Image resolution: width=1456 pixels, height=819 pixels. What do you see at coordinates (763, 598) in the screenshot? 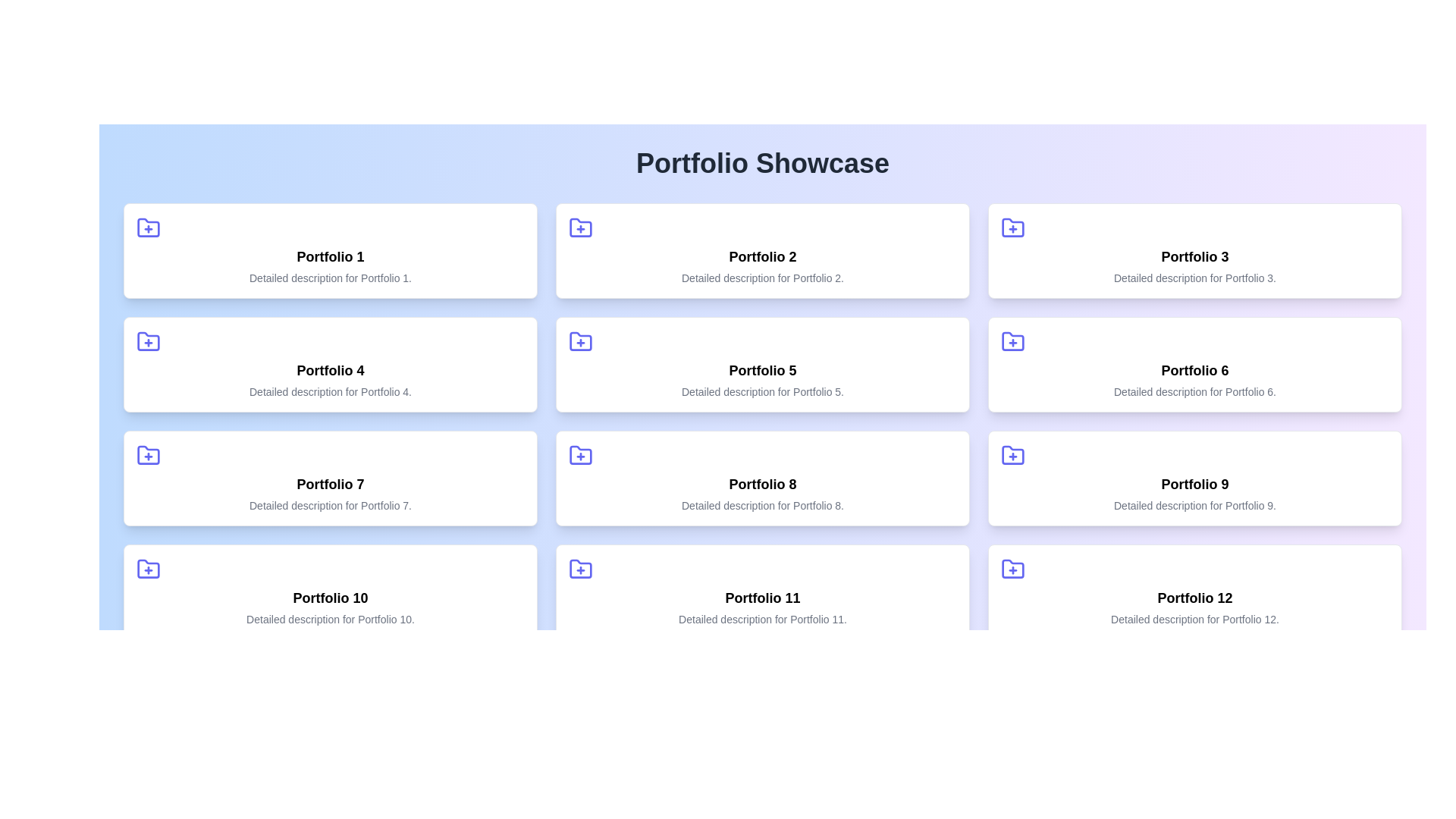
I see `the bold text label displaying 'Portfolio 11', located inside the eleventh portfolio card in the last row and third column of the grid` at bounding box center [763, 598].